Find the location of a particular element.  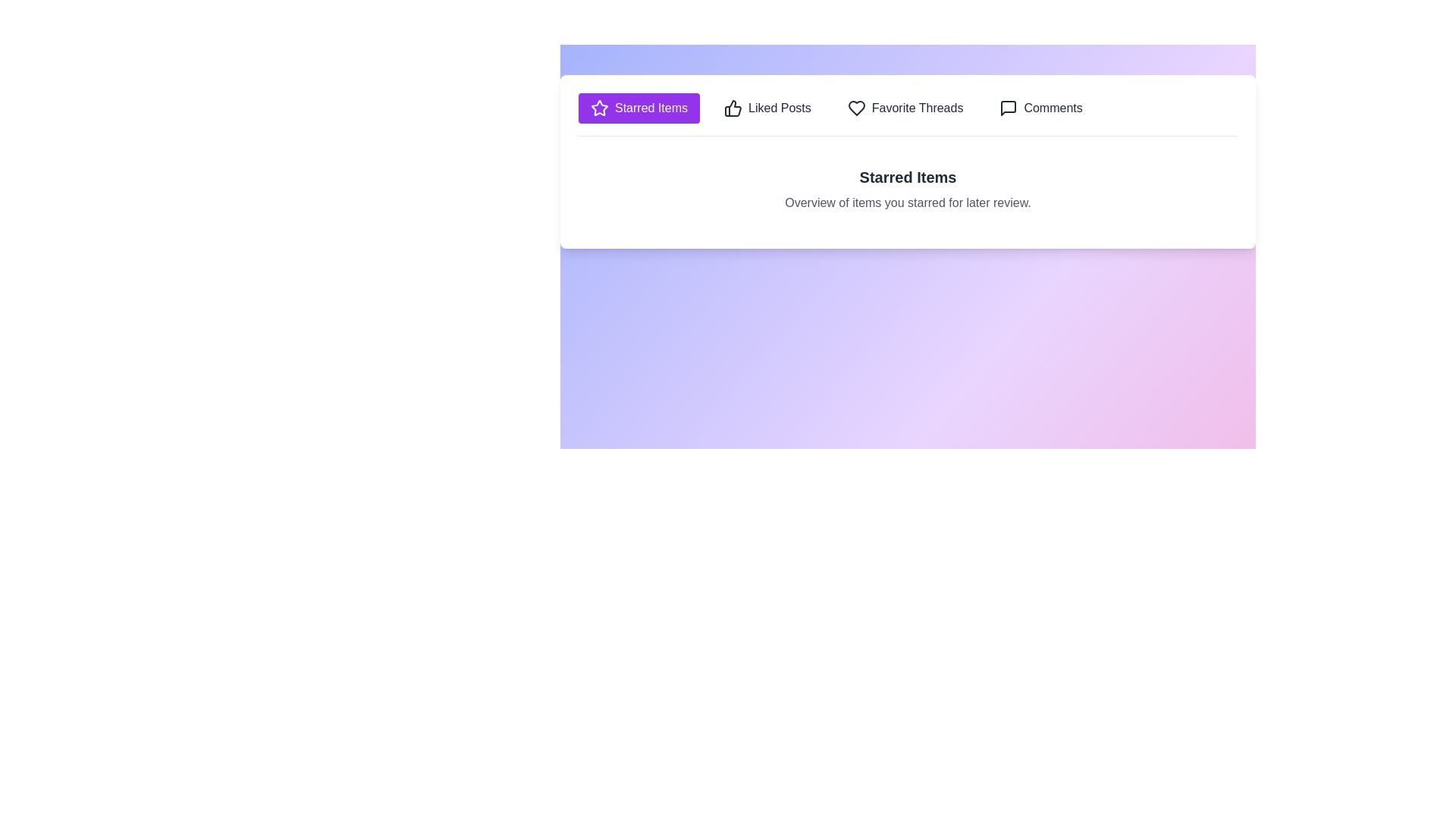

the tab labeled Liked Posts is located at coordinates (767, 107).